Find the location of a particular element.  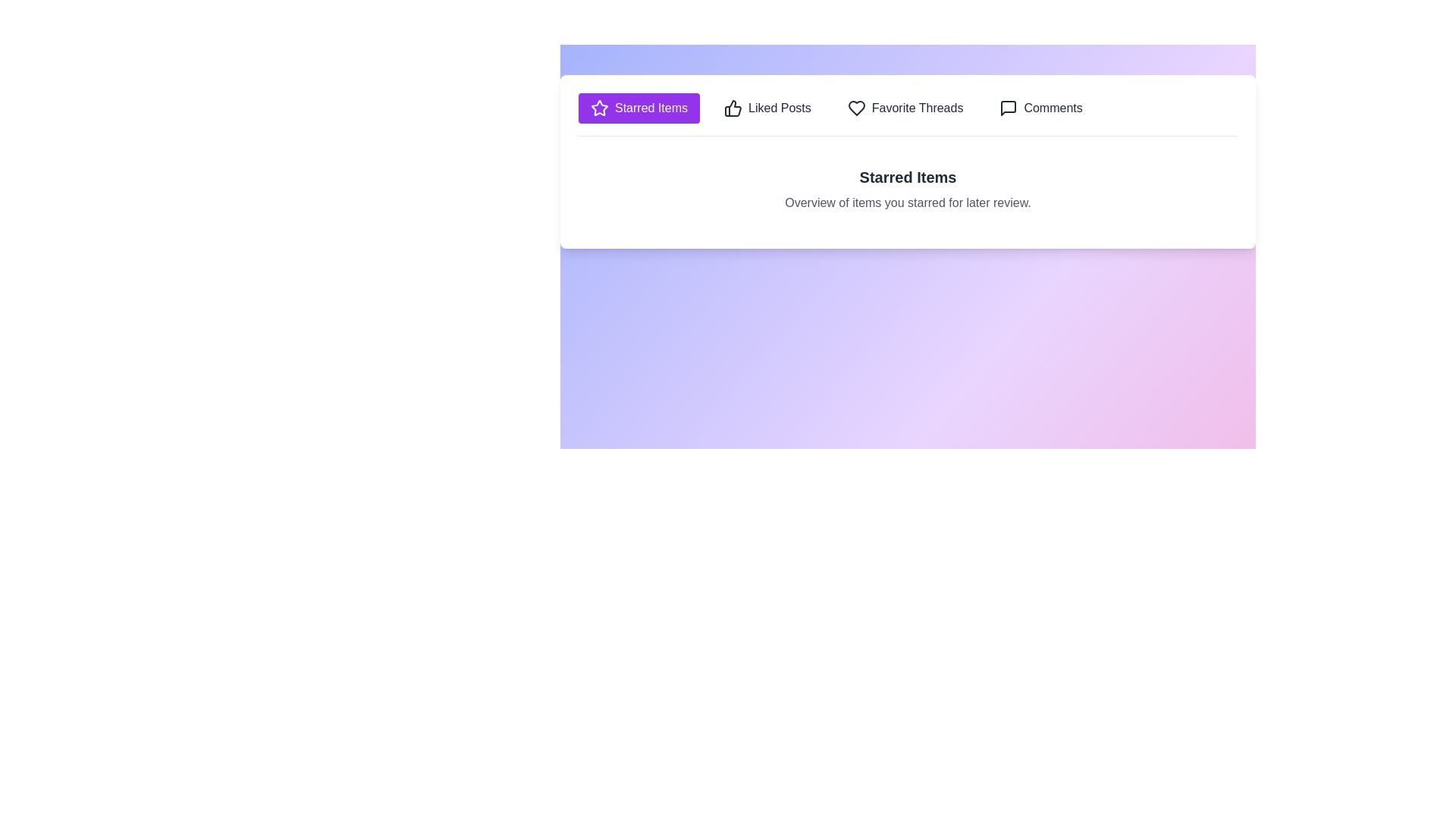

the tab labeled Liked Posts is located at coordinates (767, 107).